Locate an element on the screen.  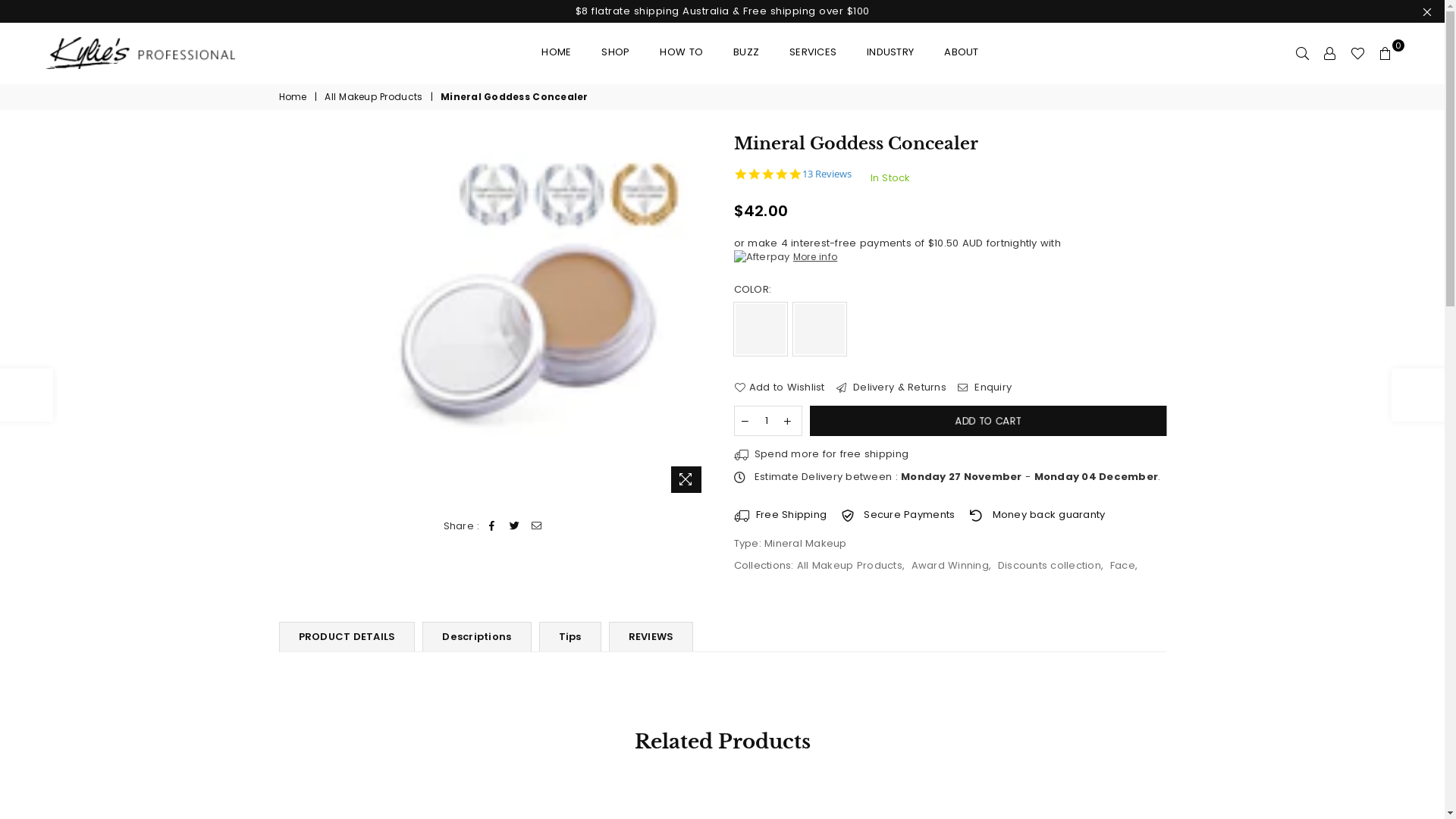
'KYLIES PROFESSIONAL MAKEUP' is located at coordinates (152, 52).